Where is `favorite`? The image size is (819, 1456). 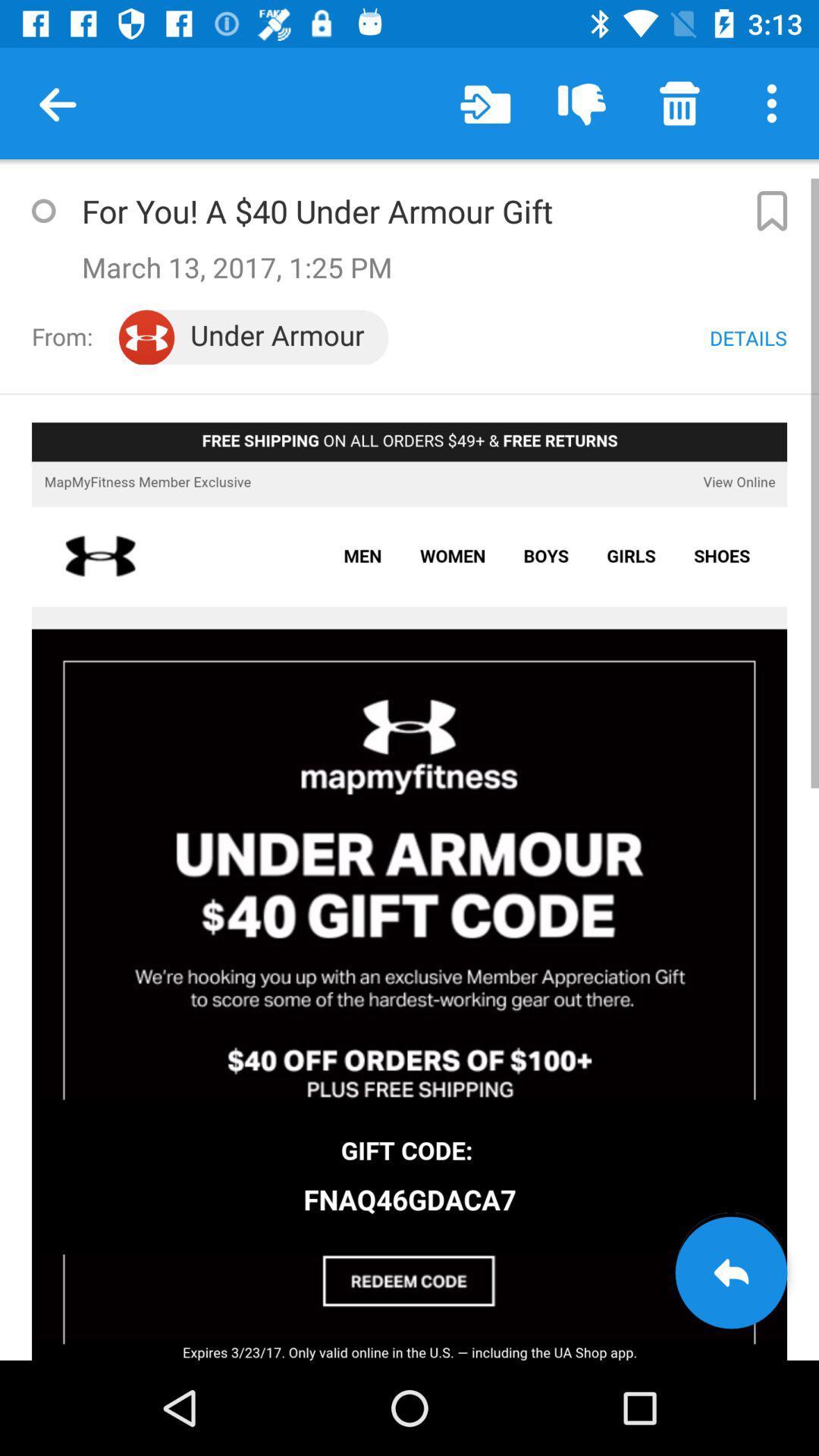 favorite is located at coordinates (42, 210).